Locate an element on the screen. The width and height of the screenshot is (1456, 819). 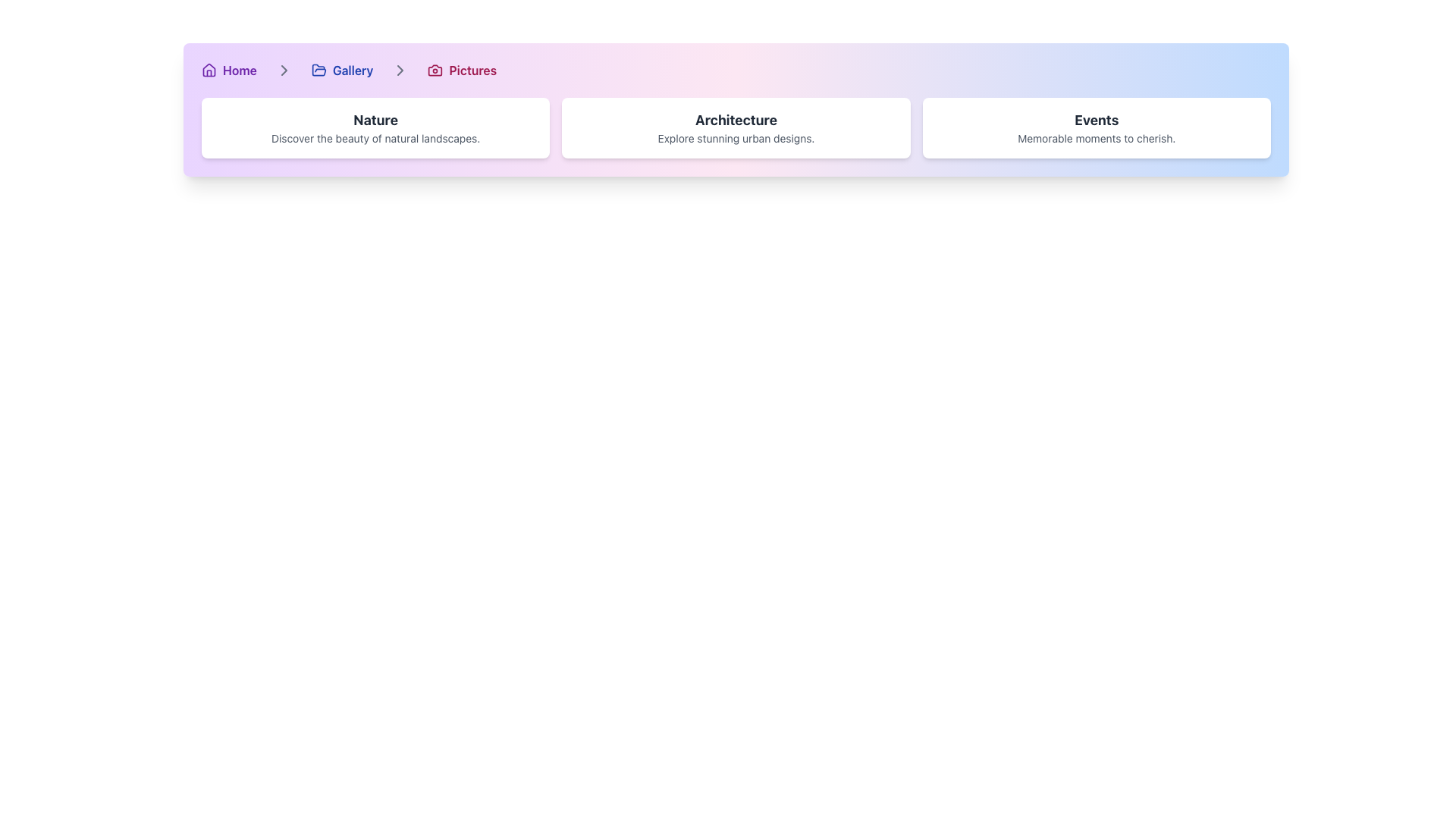
the informative card about Architecture, which is the second card in a grid layout between the Nature and Events cards is located at coordinates (736, 127).